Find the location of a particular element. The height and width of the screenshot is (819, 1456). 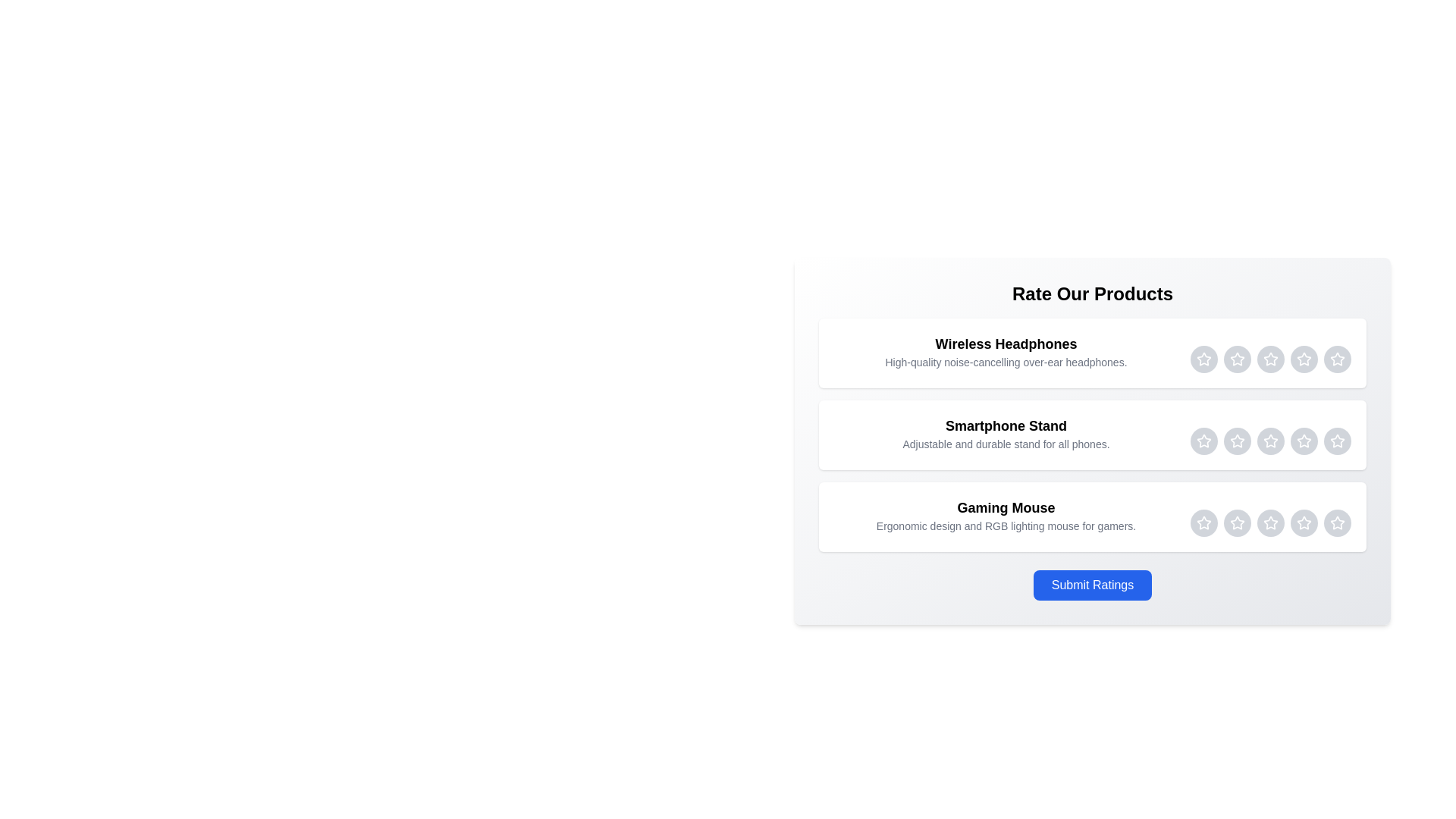

the Gaming Mouse rating star 2 is located at coordinates (1238, 522).